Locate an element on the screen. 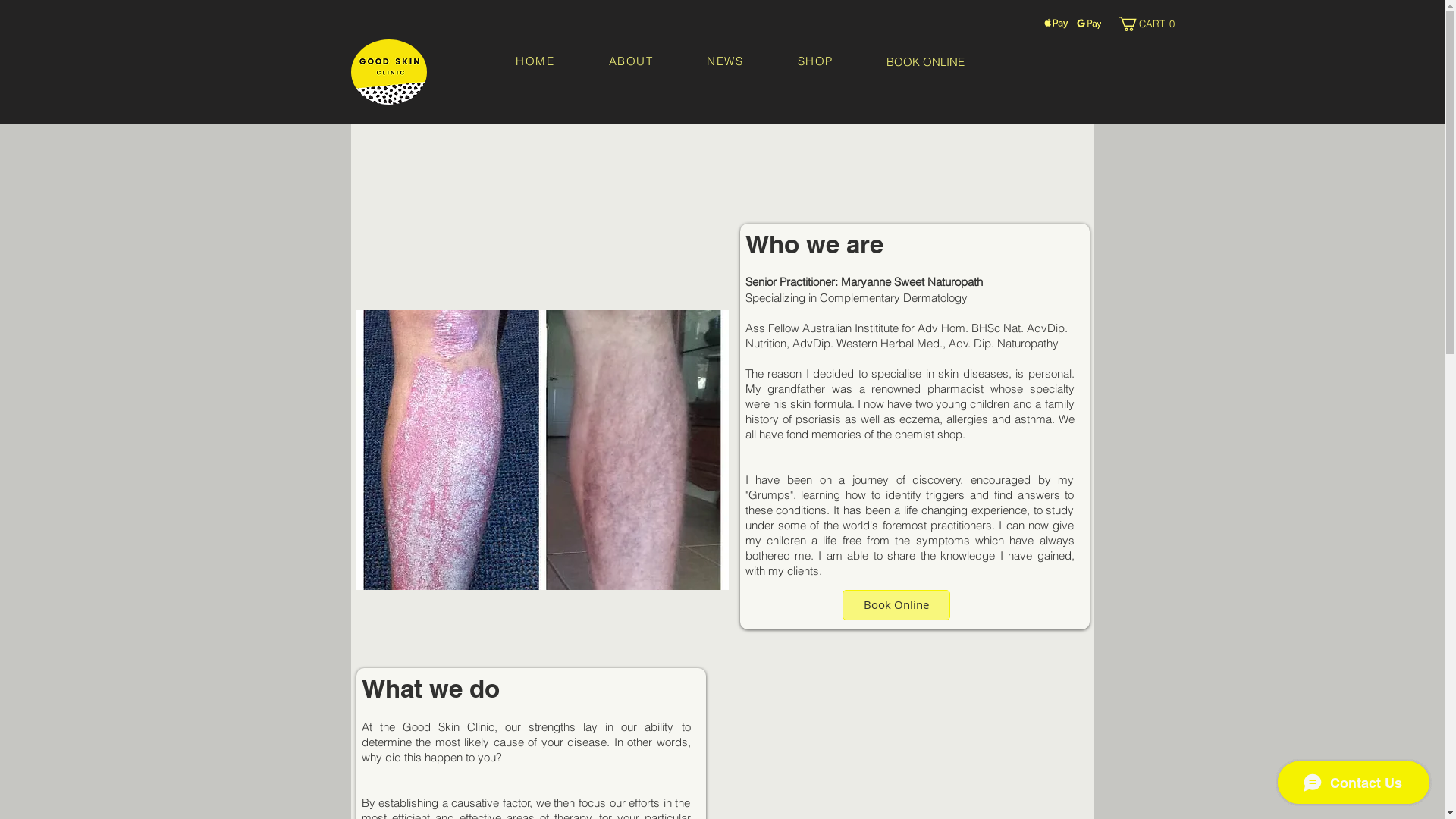 The height and width of the screenshot is (819, 1456). 'Apple Pay Logo' is located at coordinates (1058, 29).